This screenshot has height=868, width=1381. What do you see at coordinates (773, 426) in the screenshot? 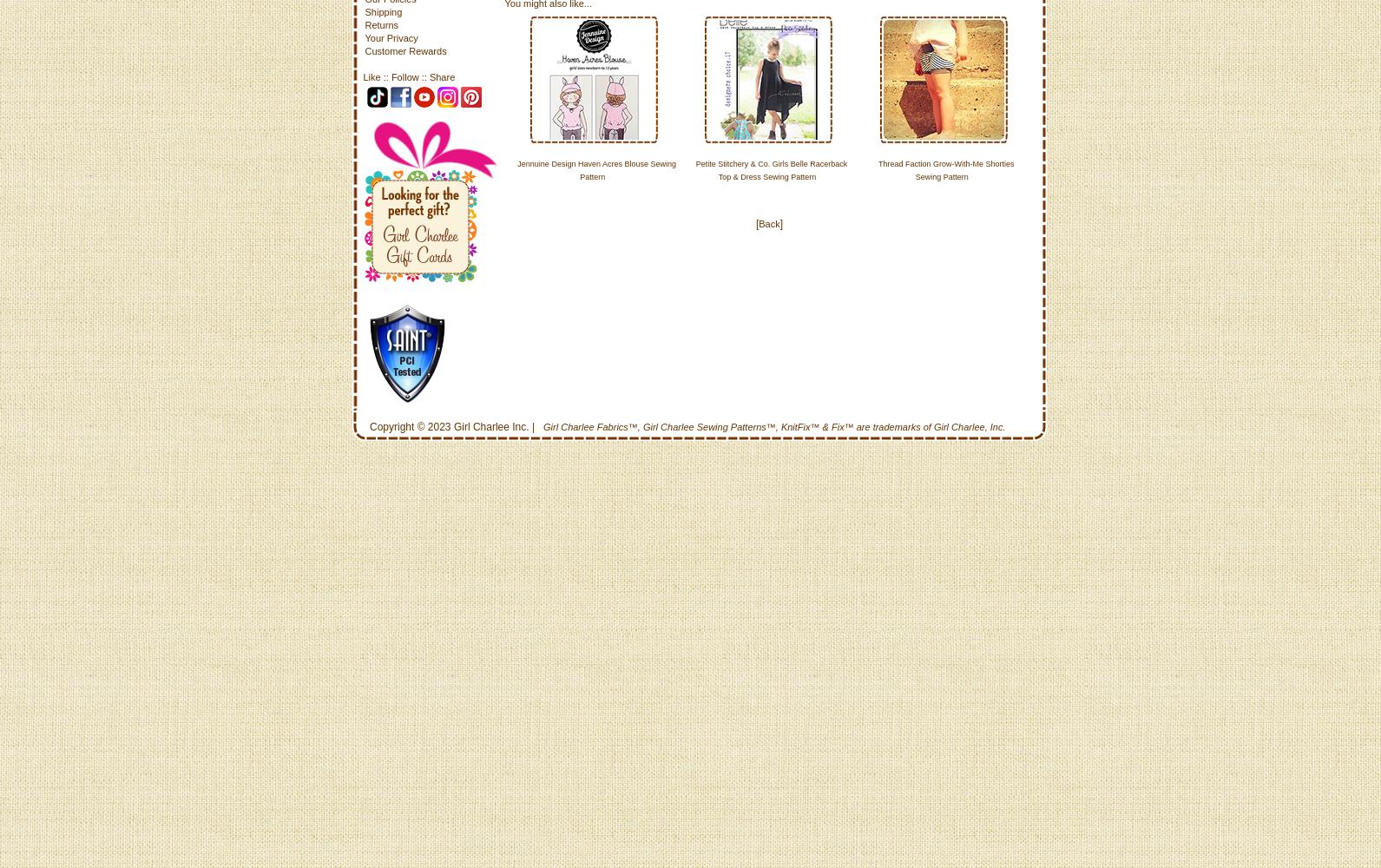
I see `'Girl Charlee Fabrics™, Girl Charlee Sewing Patterns™, KnitFix™ & Fix™ are trademarks of Girl Charlee, Inc.'` at bounding box center [773, 426].